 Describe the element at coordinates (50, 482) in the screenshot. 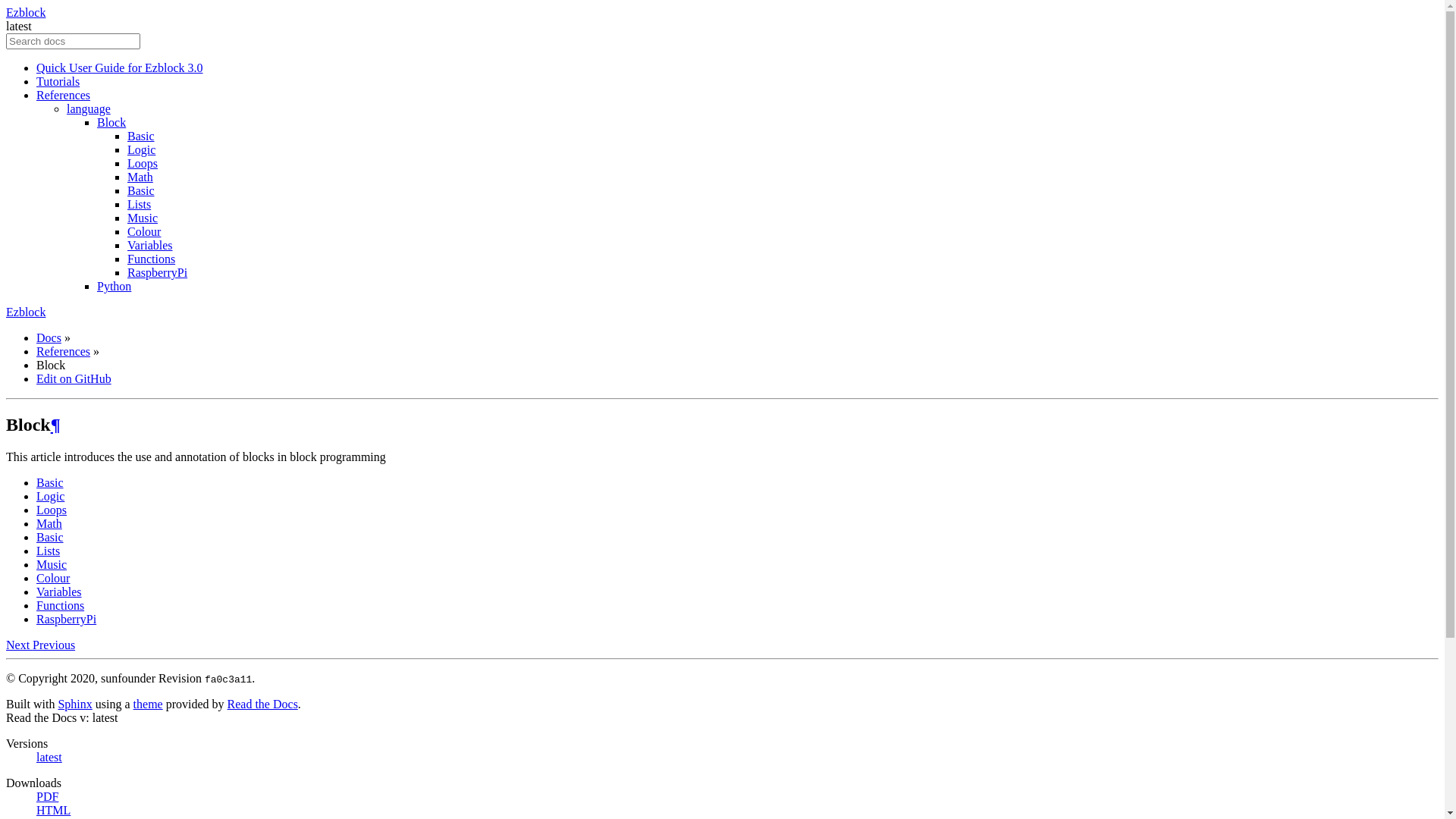

I see `'Basic'` at that location.